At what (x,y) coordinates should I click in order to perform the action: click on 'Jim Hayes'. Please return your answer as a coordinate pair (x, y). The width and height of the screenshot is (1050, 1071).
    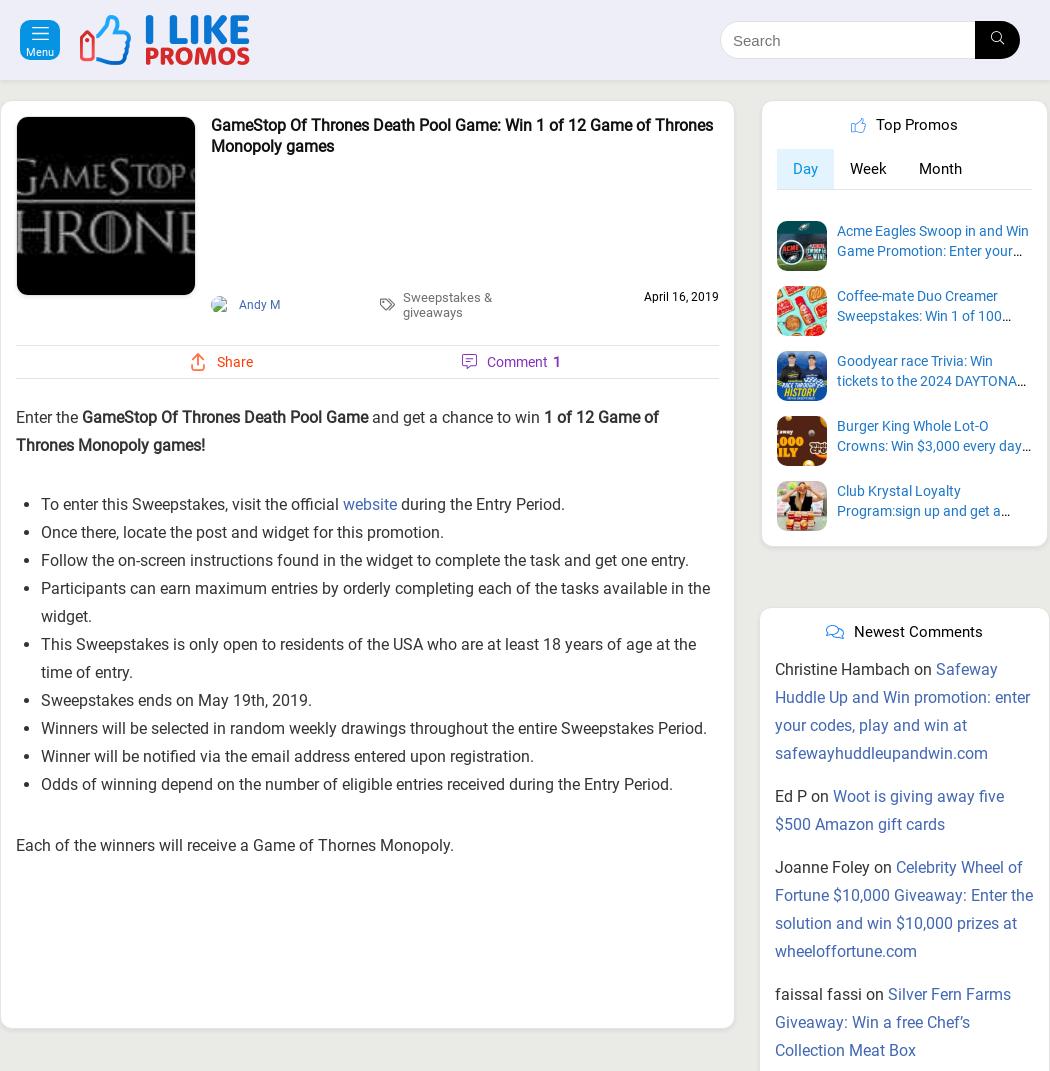
    Looking at the image, I should click on (188, 1062).